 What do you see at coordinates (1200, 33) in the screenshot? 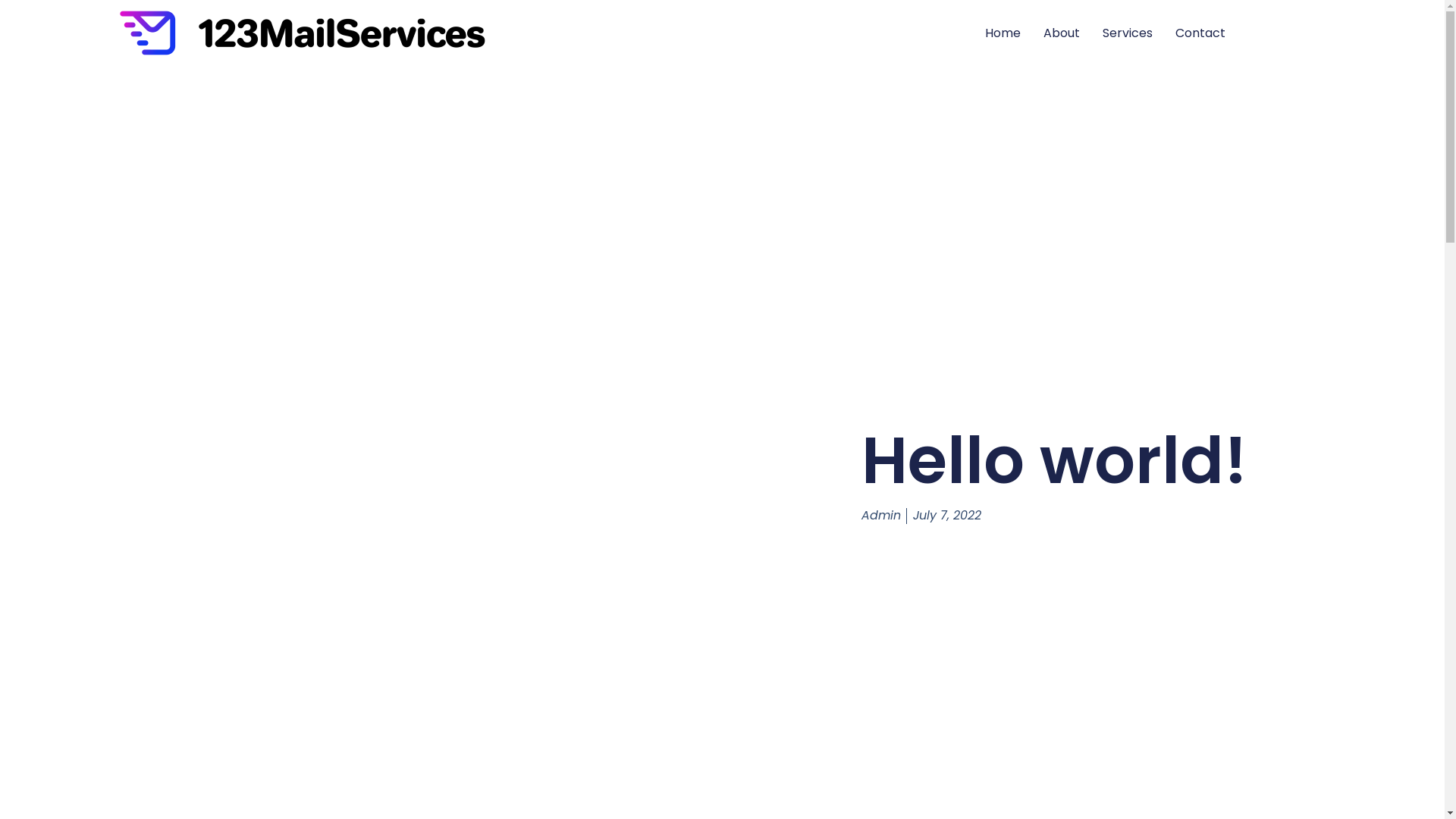
I see `'Contact'` at bounding box center [1200, 33].